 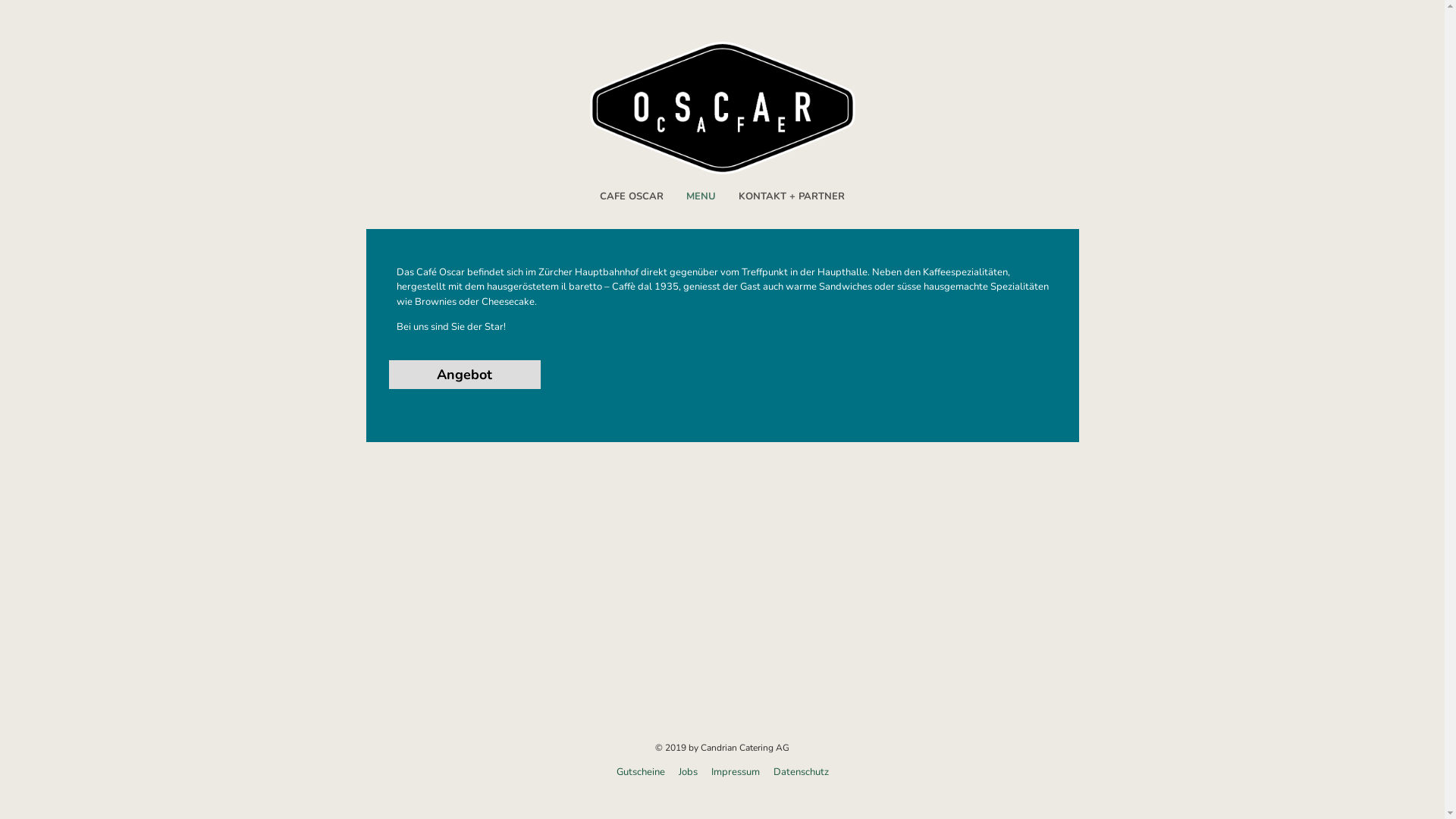 What do you see at coordinates (726, 196) in the screenshot?
I see `'KONTAKT + PARTNER'` at bounding box center [726, 196].